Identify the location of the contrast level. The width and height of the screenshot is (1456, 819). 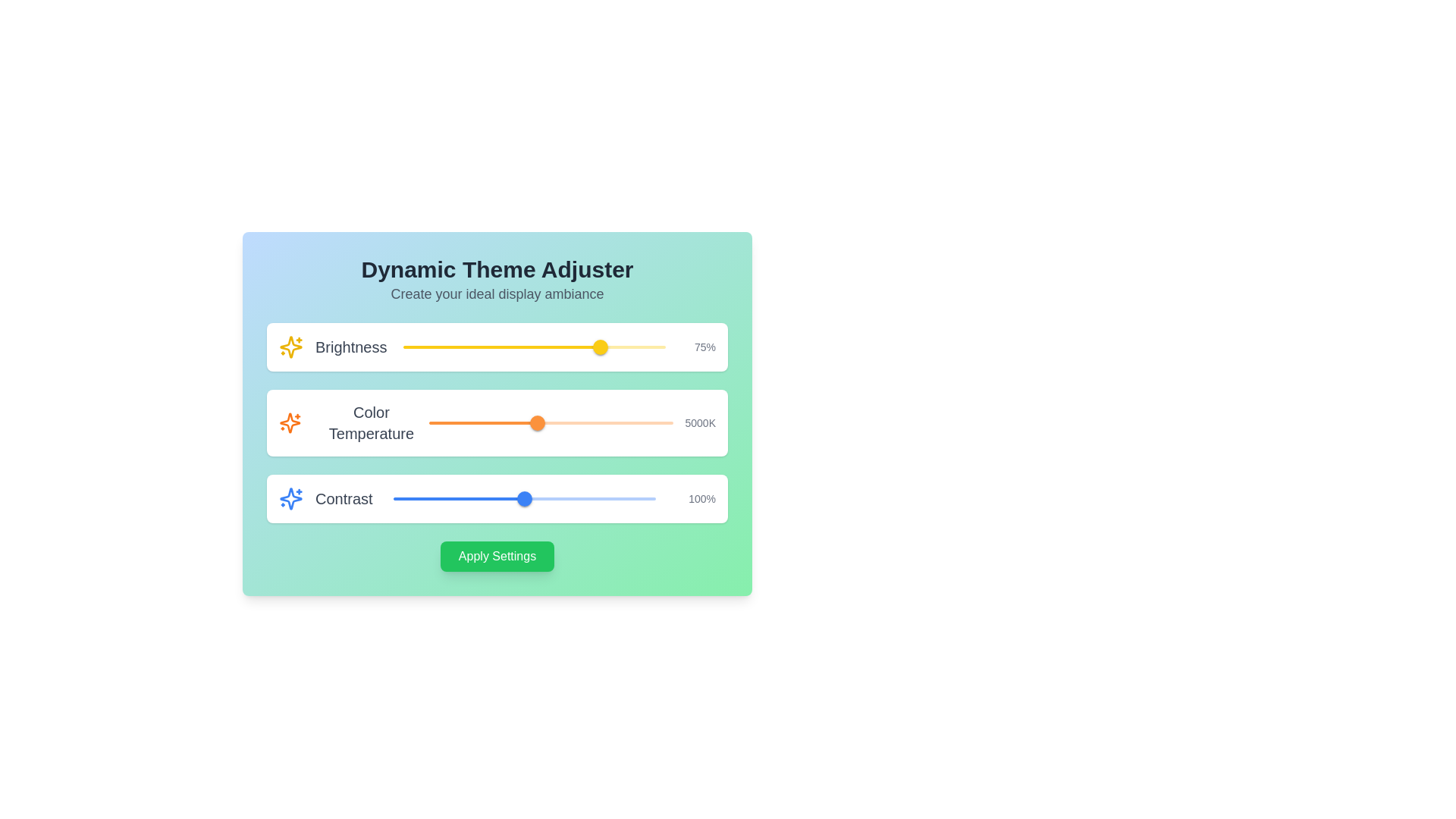
(545, 499).